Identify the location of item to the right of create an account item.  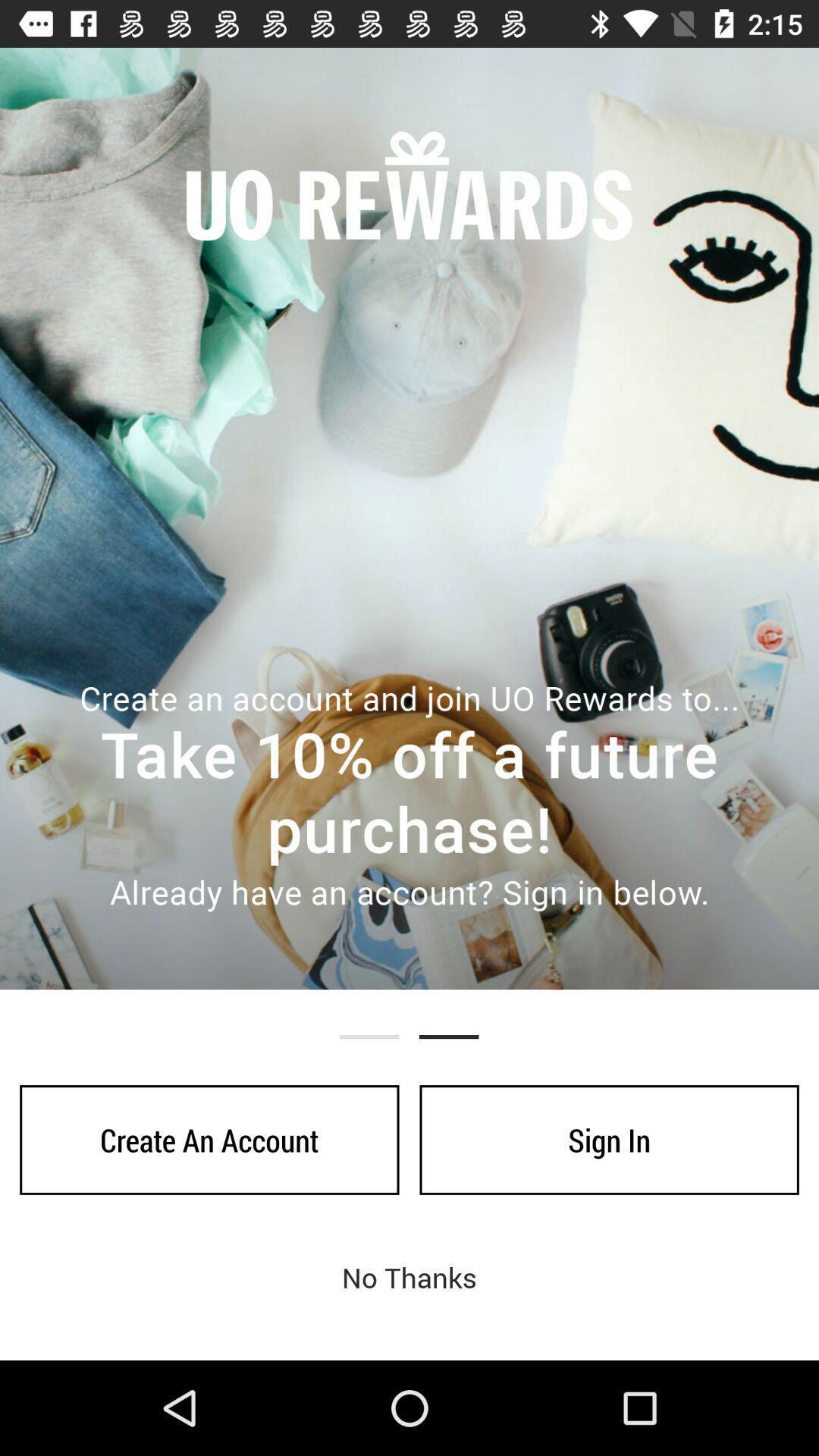
(608, 1140).